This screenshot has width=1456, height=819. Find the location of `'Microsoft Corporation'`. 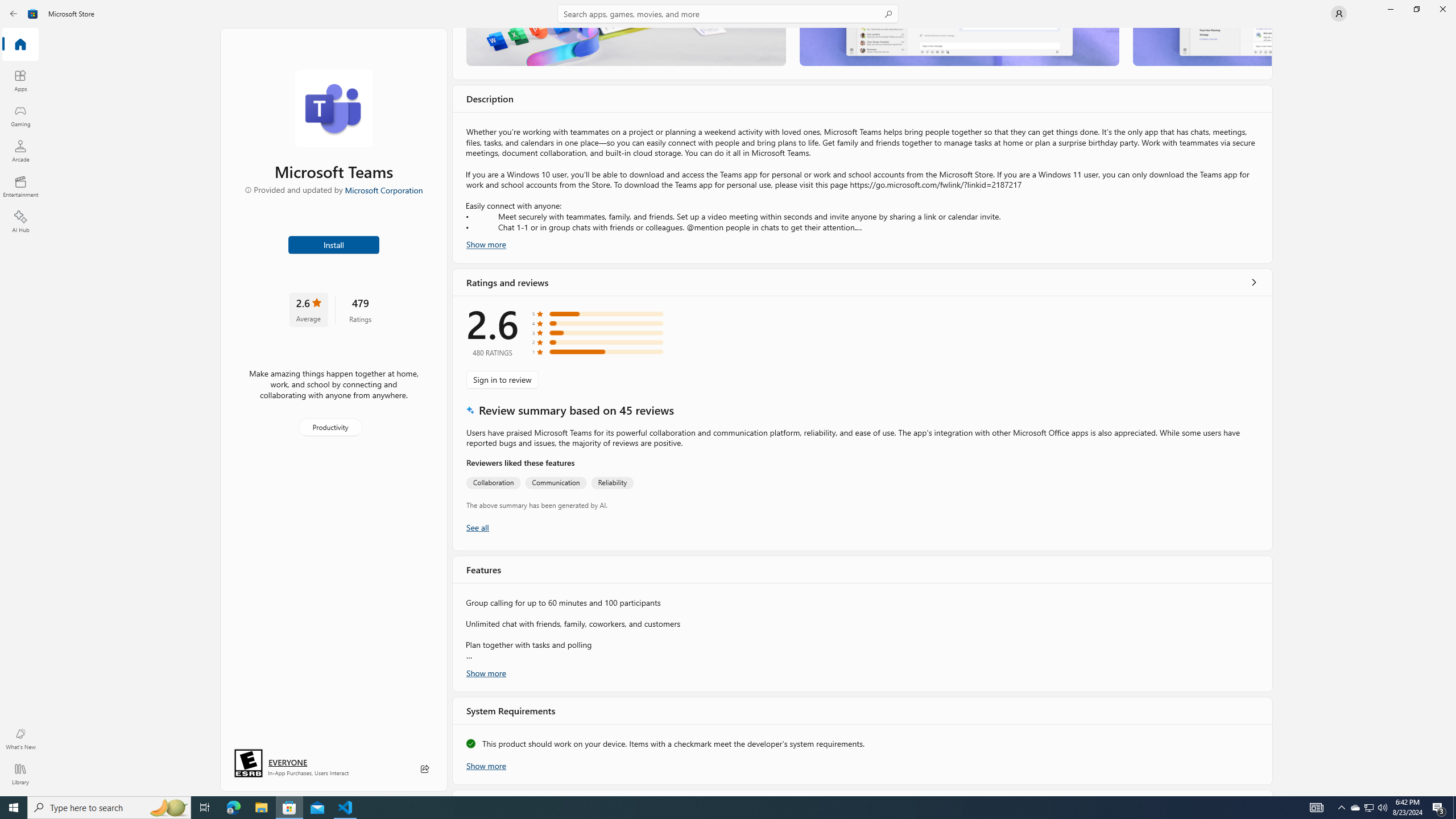

'Microsoft Corporation' is located at coordinates (383, 189).